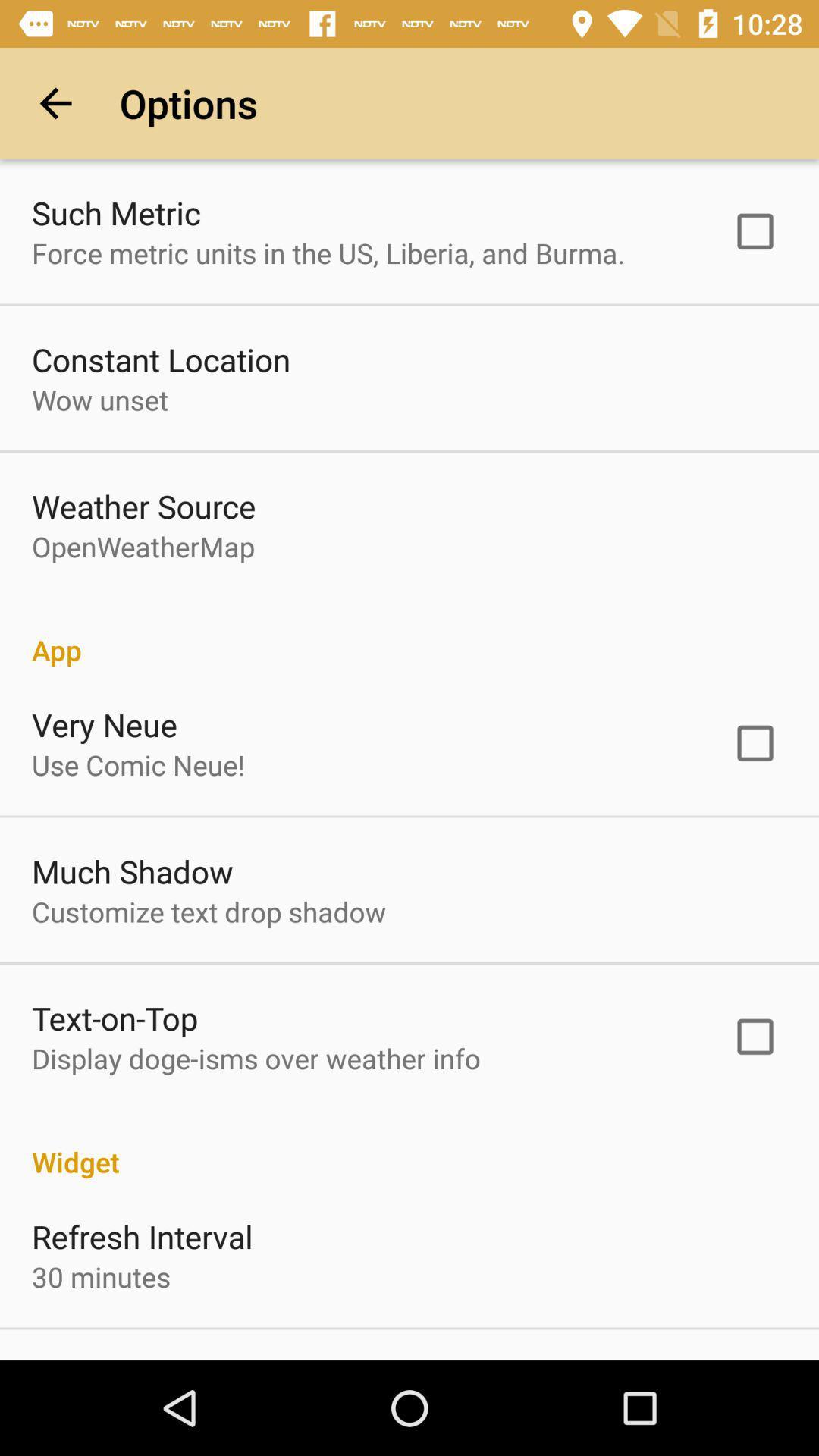 The width and height of the screenshot is (819, 1456). Describe the element at coordinates (114, 1018) in the screenshot. I see `app below the customize text drop` at that location.